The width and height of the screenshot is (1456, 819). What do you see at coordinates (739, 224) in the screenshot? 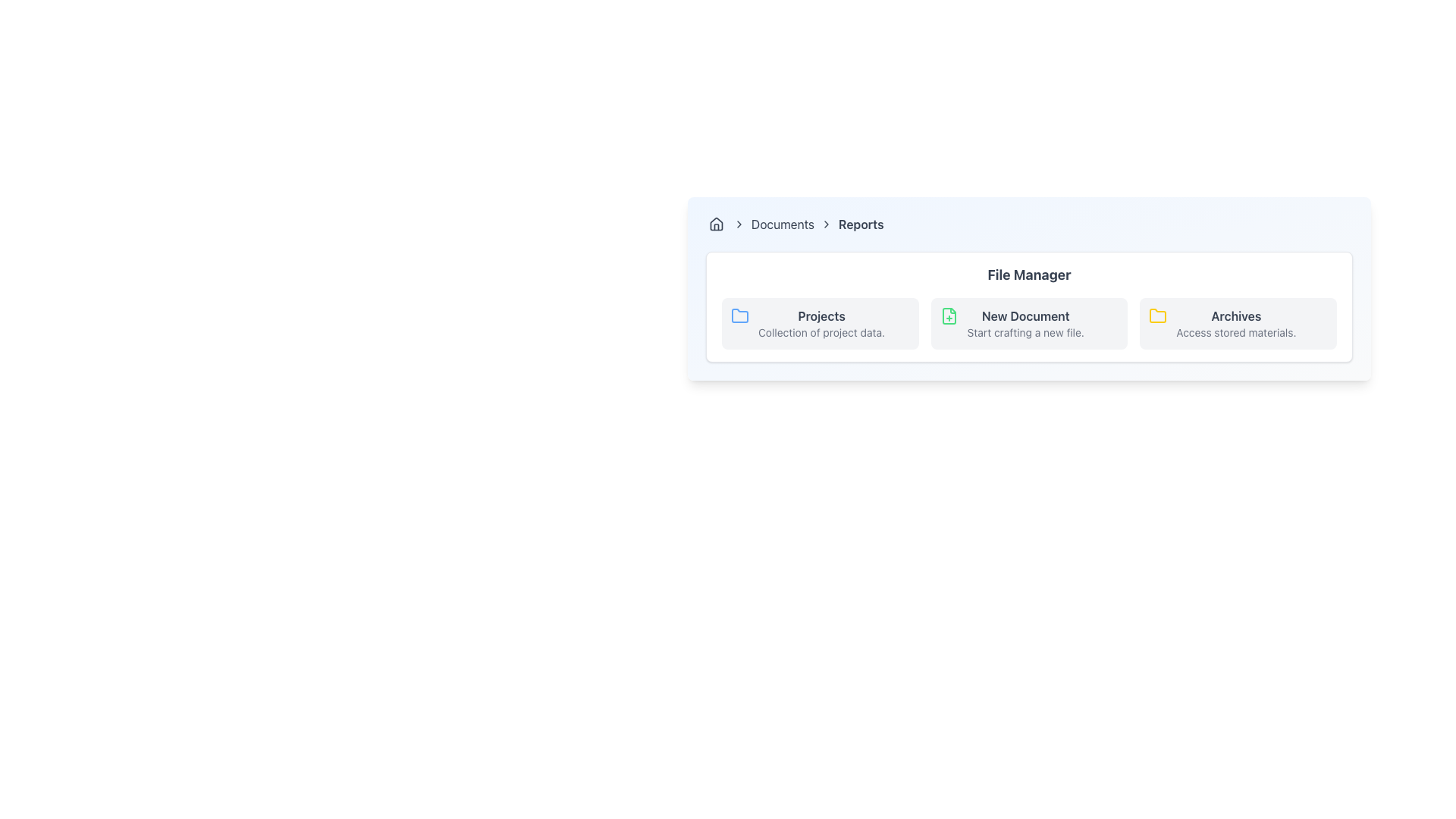
I see `the chevron icon, which serves as a visual separator in the breadcrumb navigation bar between 'Documents' and 'Reports'` at bounding box center [739, 224].